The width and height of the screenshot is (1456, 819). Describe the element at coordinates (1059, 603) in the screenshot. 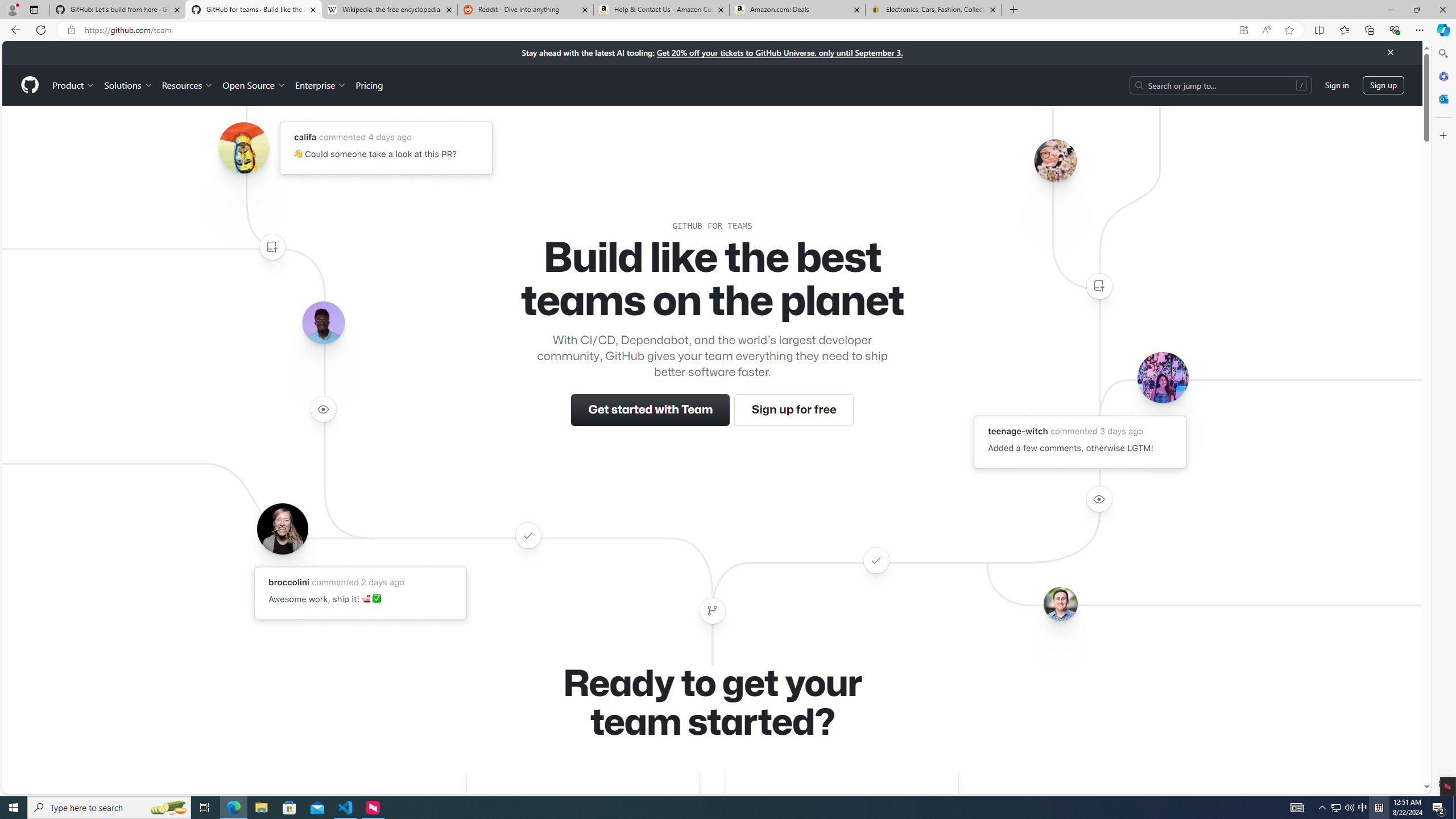

I see `'Avatar of the user benbalter'` at that location.